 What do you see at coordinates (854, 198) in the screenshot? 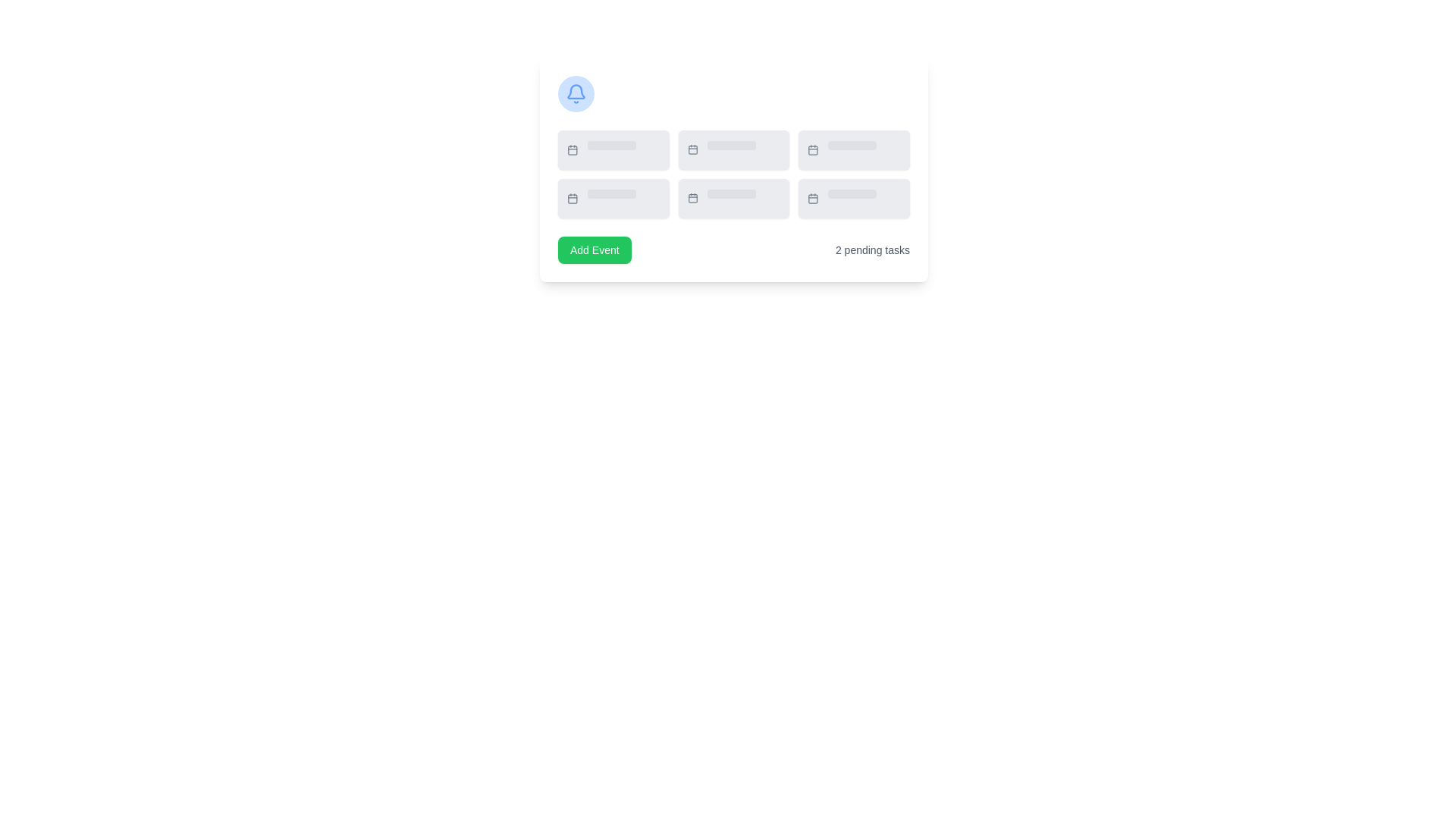
I see `the non-interactive placeholder component located at the bottom-right corner of the second row in a 3x2 grid layout` at bounding box center [854, 198].